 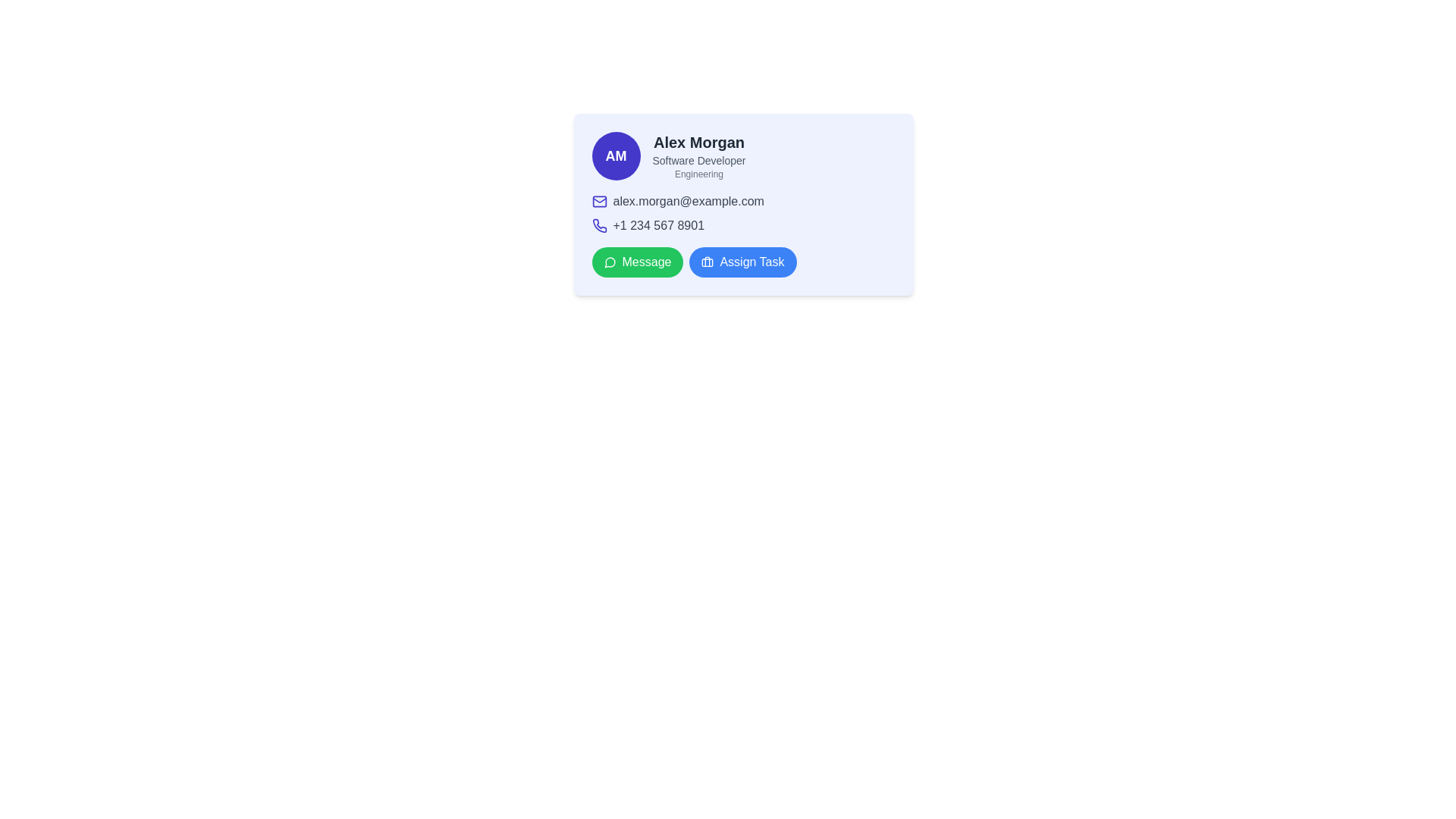 What do you see at coordinates (637, 262) in the screenshot?
I see `the green 'Message' button with a speech bubble icon to send a message` at bounding box center [637, 262].